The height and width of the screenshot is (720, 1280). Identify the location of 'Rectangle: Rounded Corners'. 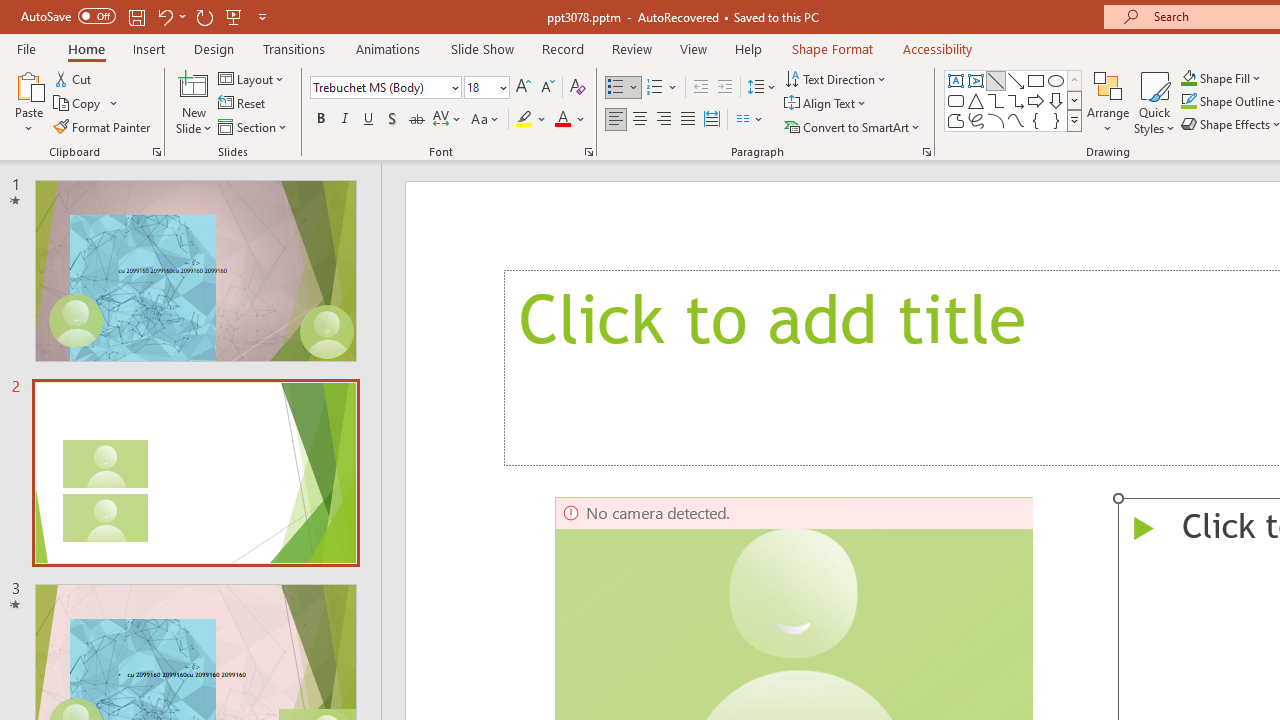
(955, 100).